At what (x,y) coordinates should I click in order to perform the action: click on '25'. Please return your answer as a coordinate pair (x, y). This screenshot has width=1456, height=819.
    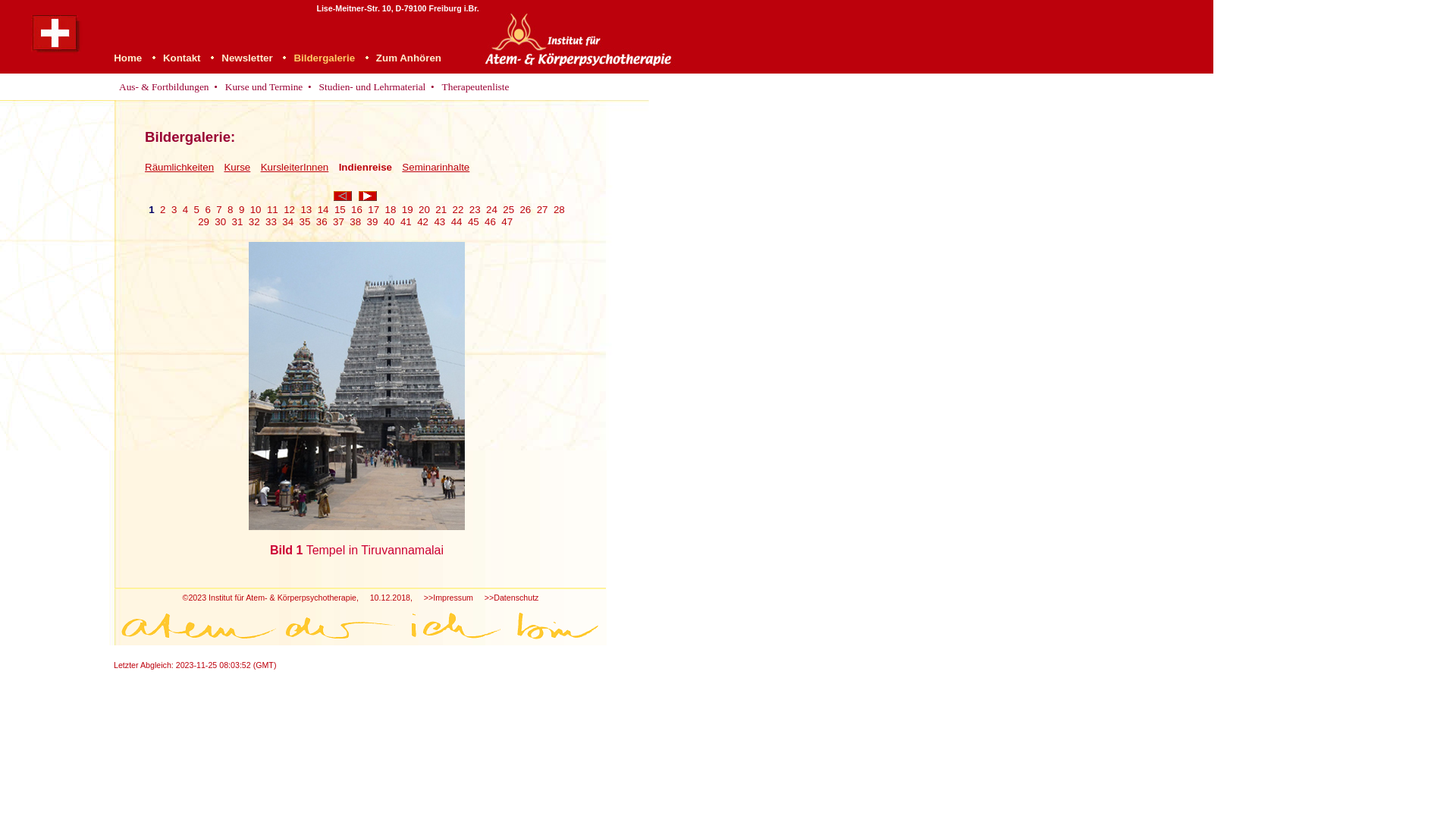
    Looking at the image, I should click on (508, 209).